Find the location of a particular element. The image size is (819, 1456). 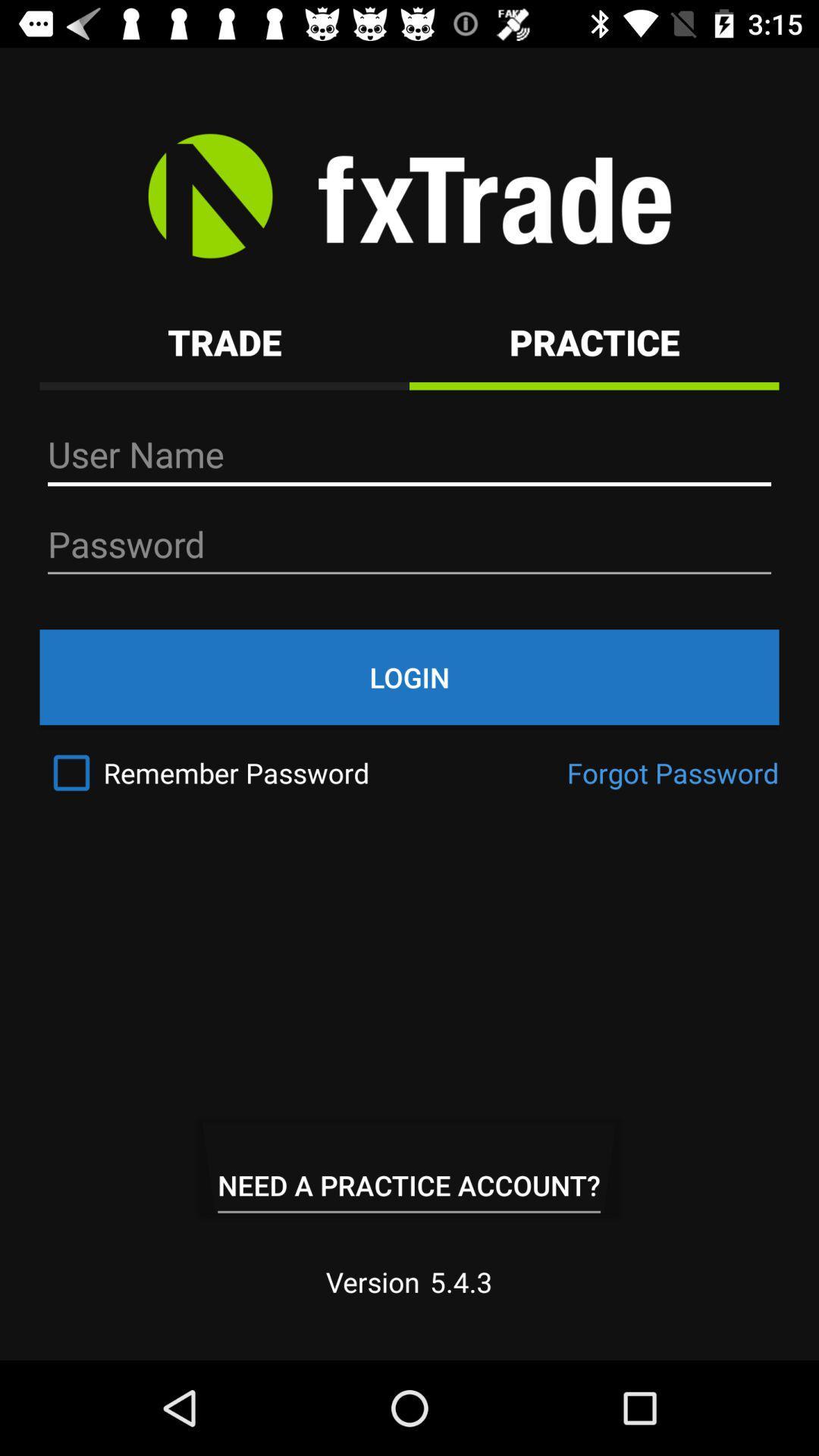

the text field of user name is located at coordinates (409, 454).